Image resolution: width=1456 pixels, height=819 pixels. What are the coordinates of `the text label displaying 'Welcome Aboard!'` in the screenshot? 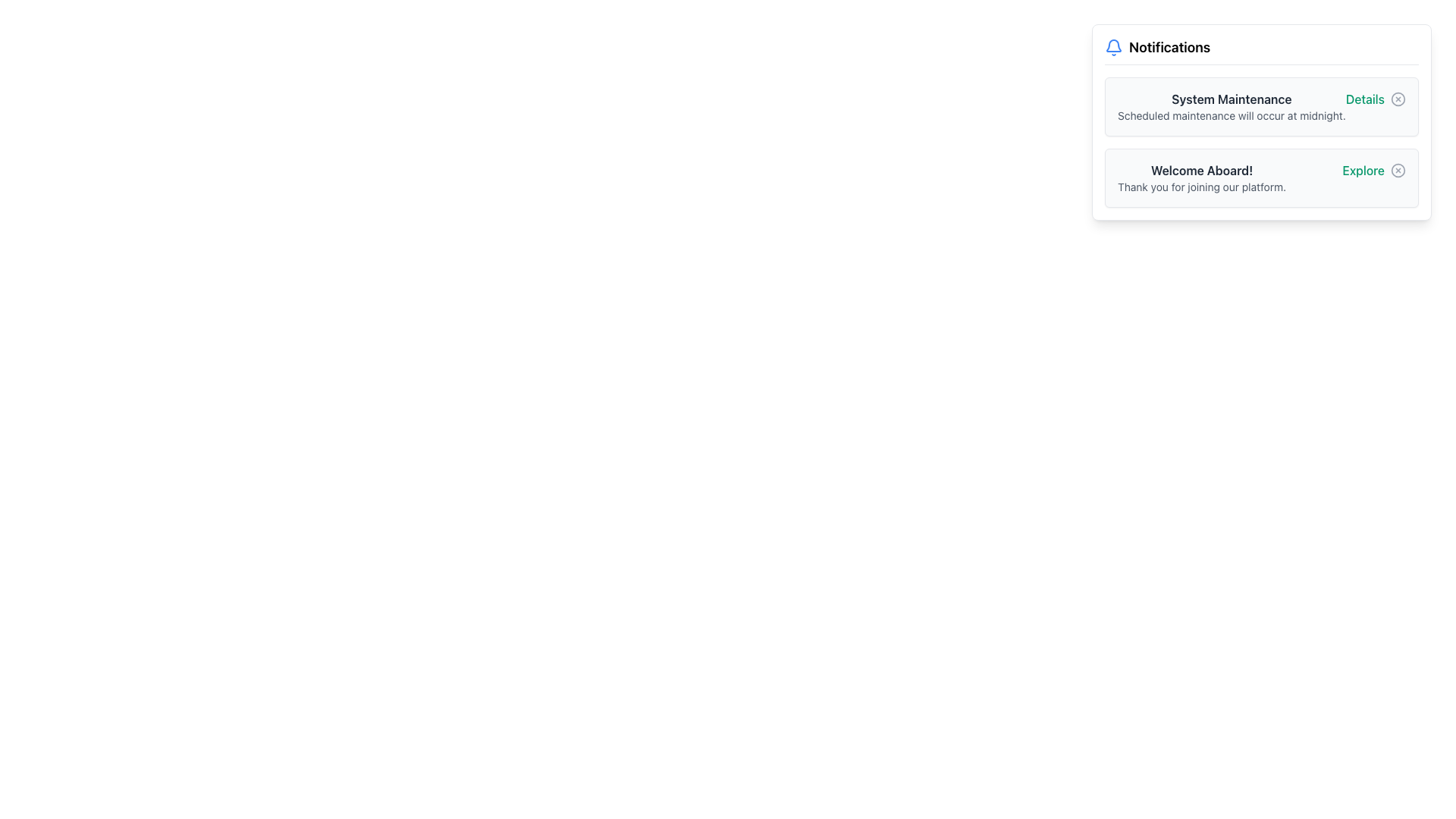 It's located at (1201, 170).